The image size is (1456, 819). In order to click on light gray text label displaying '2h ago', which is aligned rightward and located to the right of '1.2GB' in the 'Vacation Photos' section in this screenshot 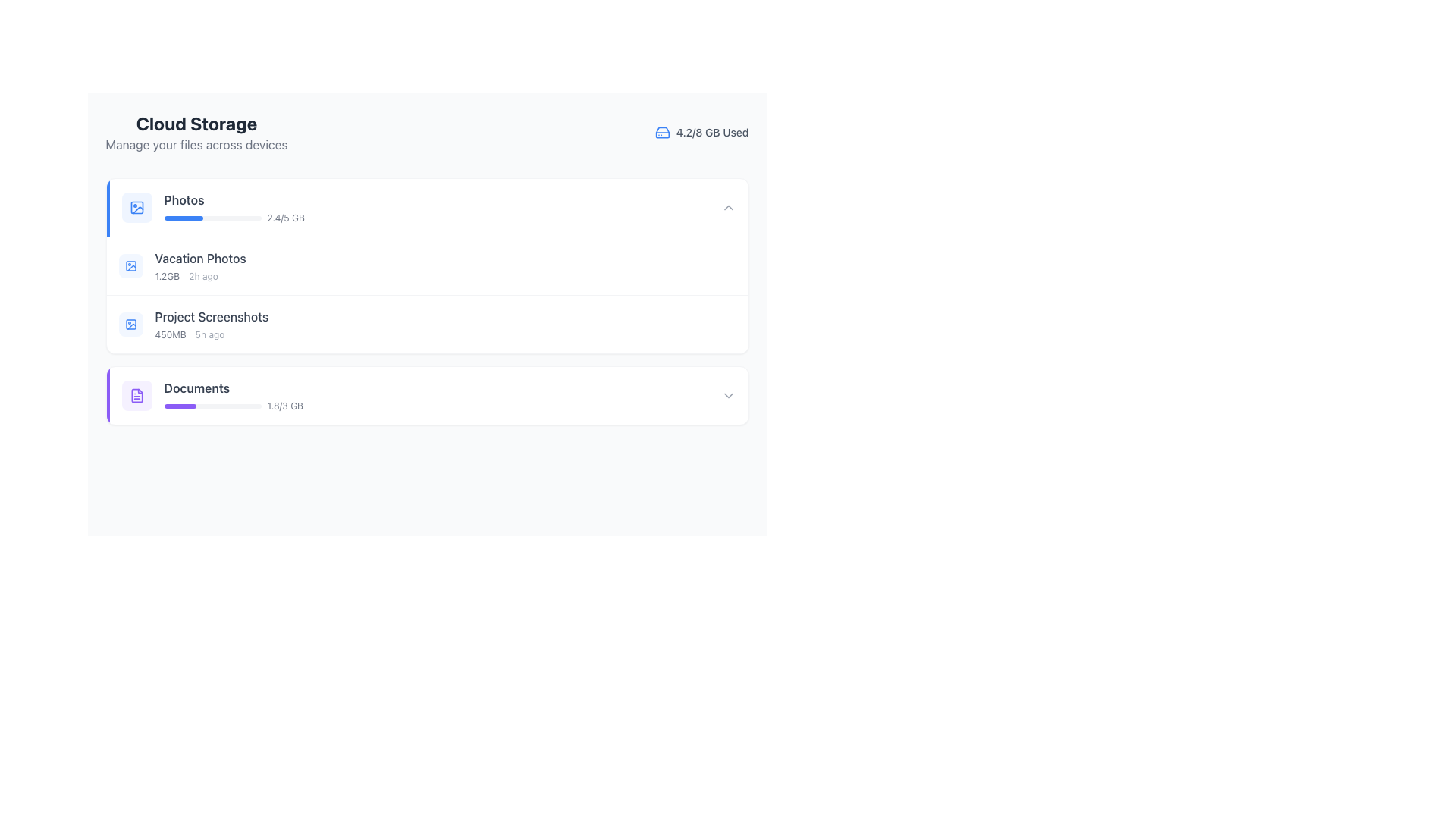, I will do `click(202, 277)`.